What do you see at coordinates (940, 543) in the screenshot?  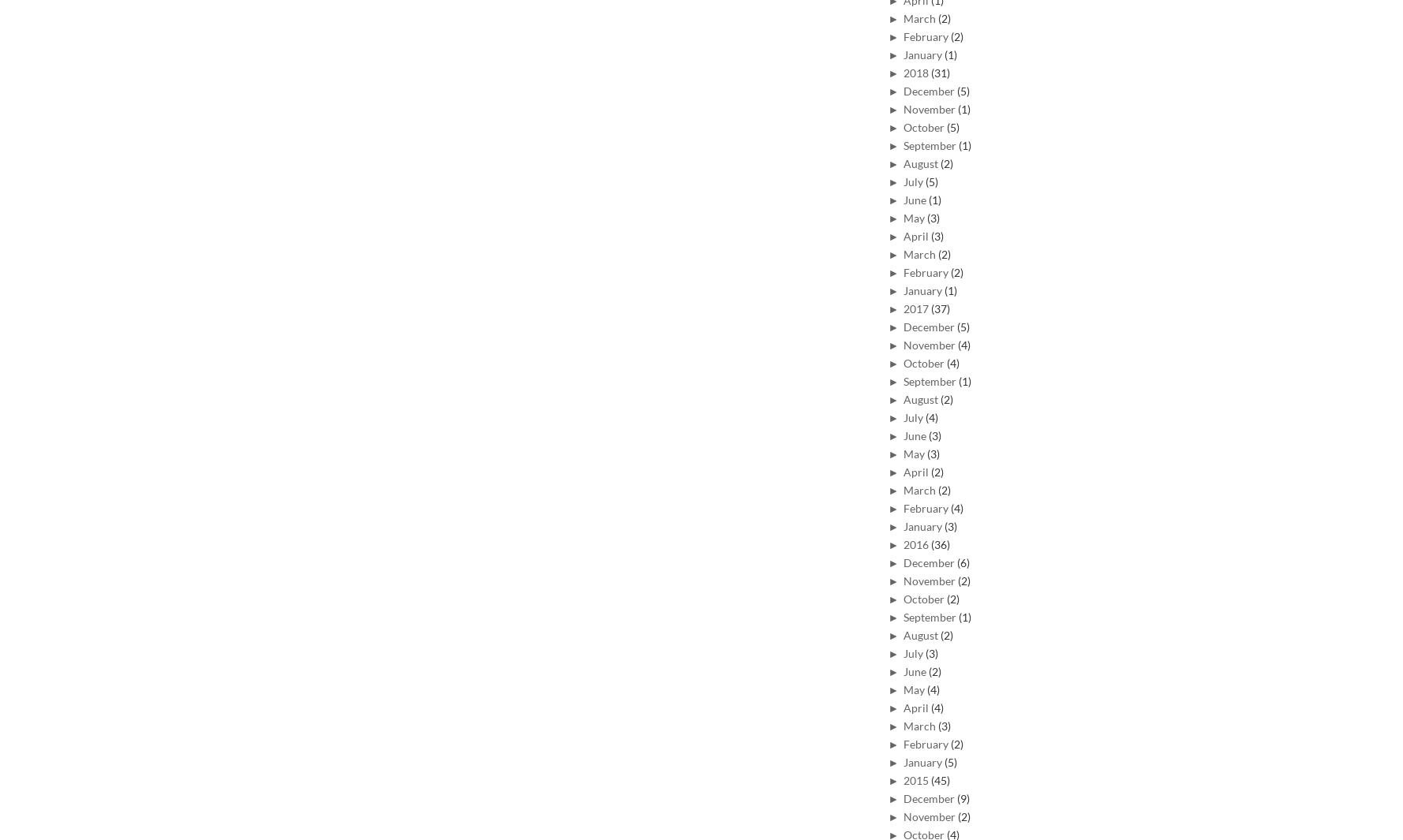 I see `'(36)'` at bounding box center [940, 543].